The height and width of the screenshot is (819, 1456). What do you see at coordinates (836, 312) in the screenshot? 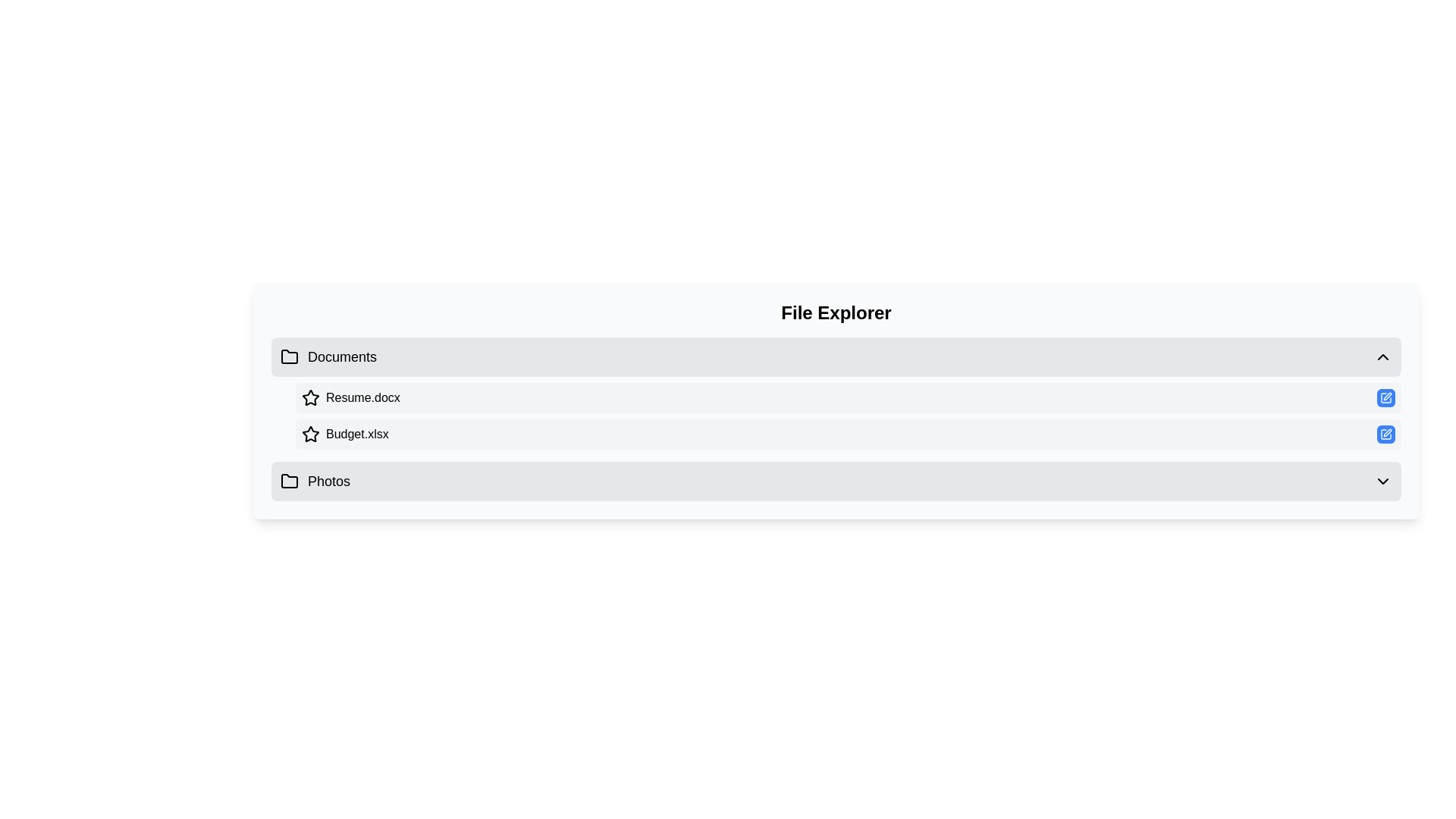
I see `the Text Label that serves as the title or header for the file explorer interface` at bounding box center [836, 312].